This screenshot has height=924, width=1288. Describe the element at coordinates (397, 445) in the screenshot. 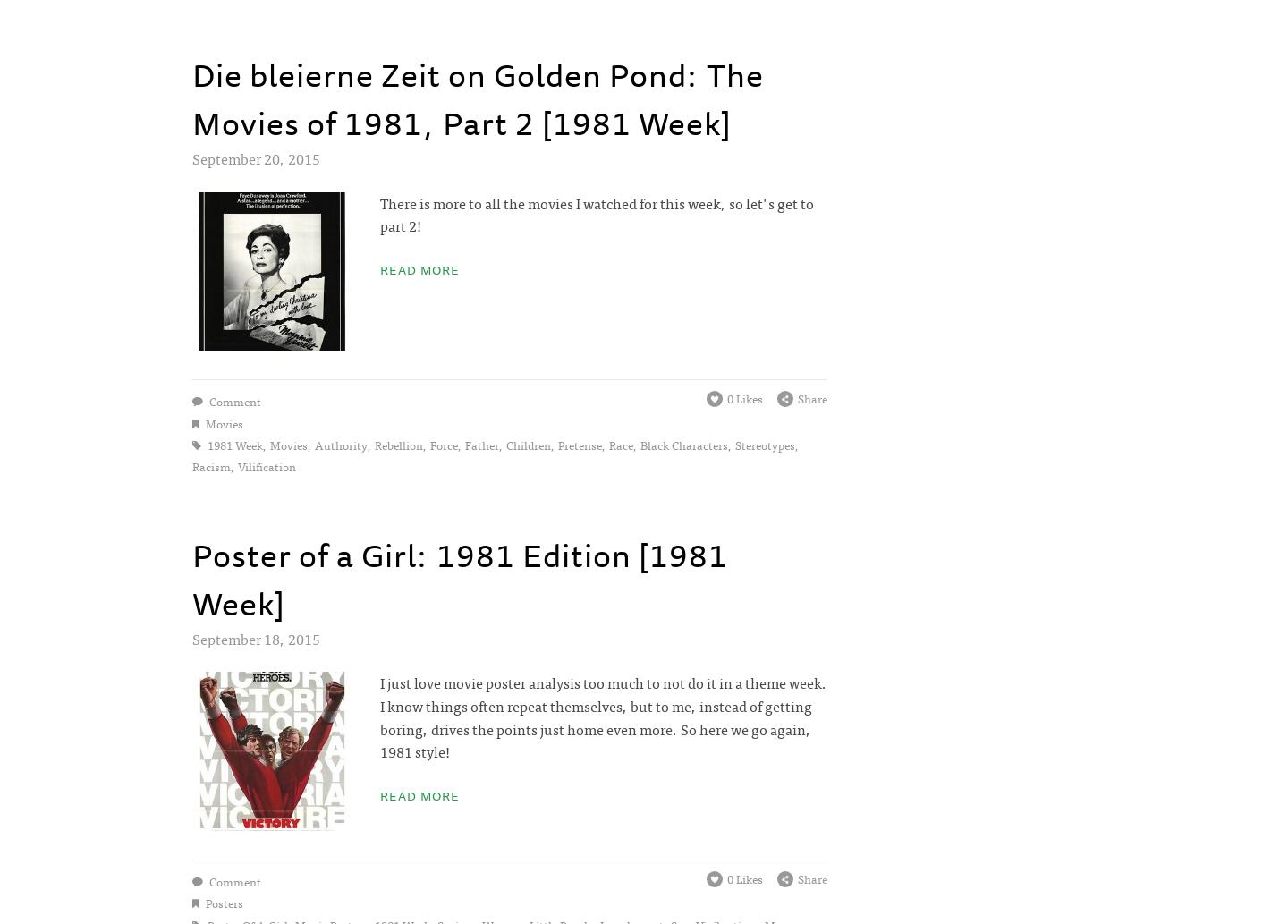

I see `'rebellion'` at that location.